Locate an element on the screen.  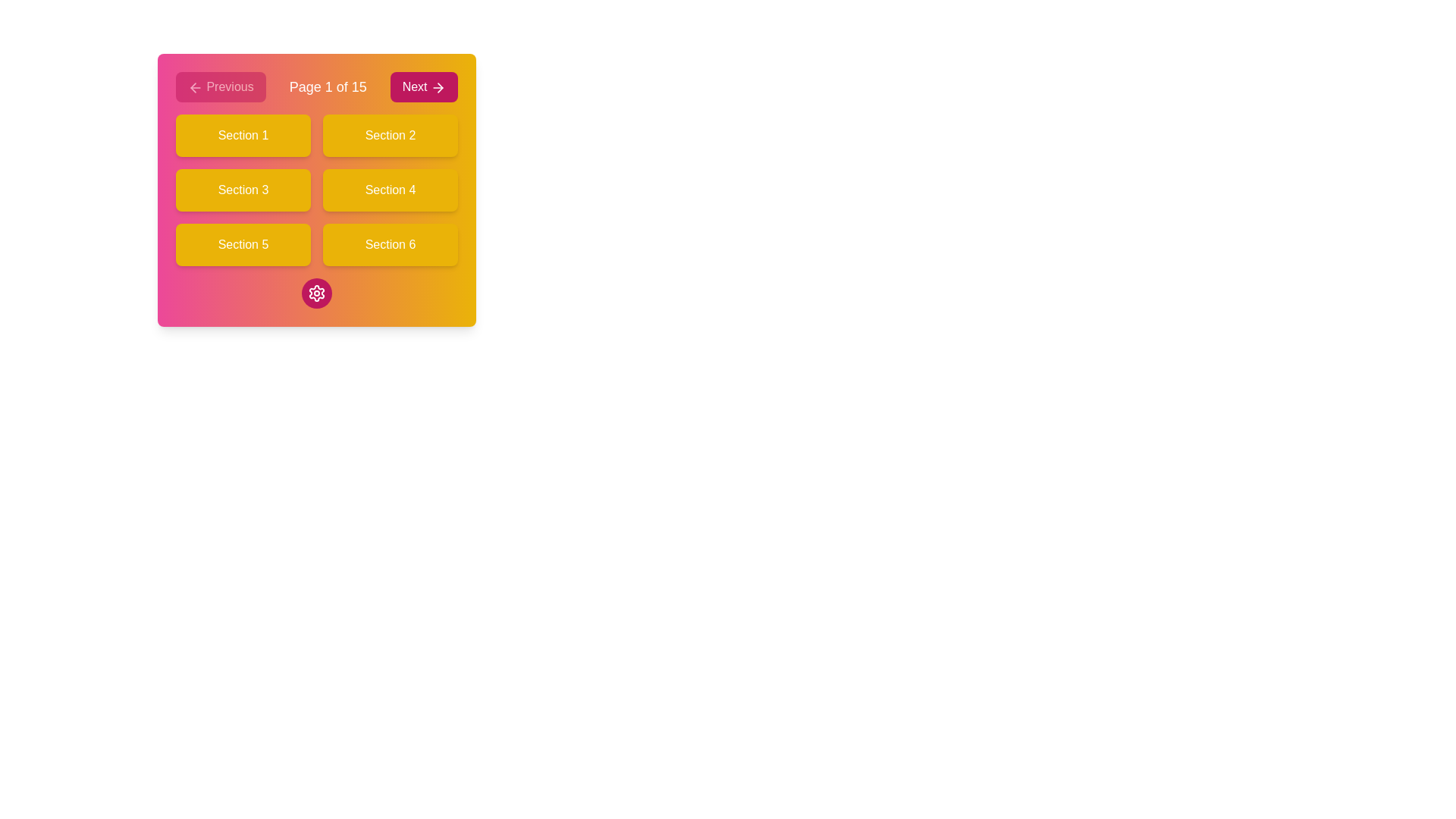
the rightward arrow icon within the 'Next' button located in the top-right section of the interface is located at coordinates (439, 87).